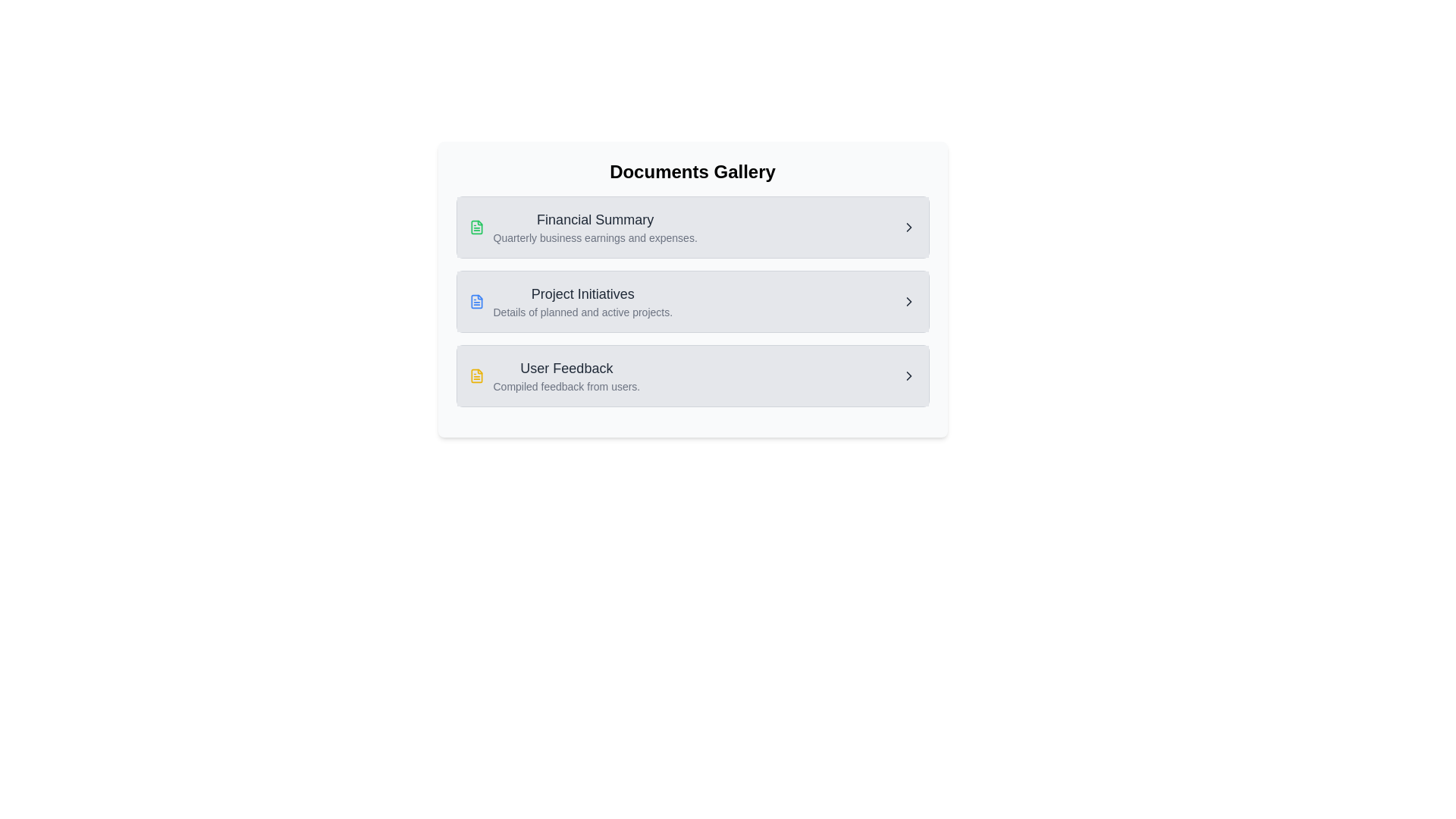 Image resolution: width=1456 pixels, height=819 pixels. Describe the element at coordinates (475, 375) in the screenshot. I see `the document icon representing 'User Feedback' in the Documents Gallery section, which is located to the left of the text 'User Feedback'` at that location.